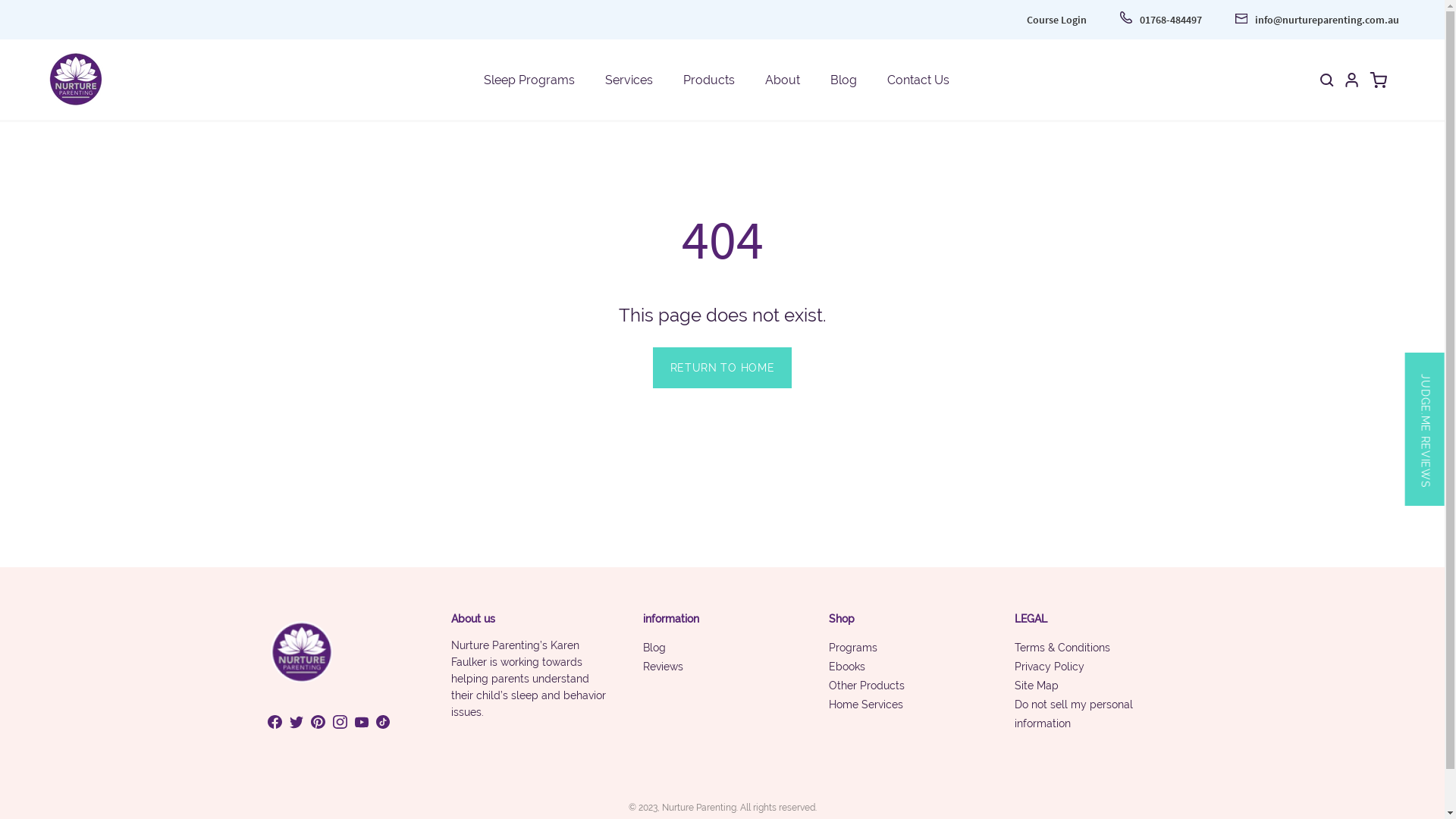 The width and height of the screenshot is (1456, 819). I want to click on 'RETURN TO HOME', so click(722, 368).